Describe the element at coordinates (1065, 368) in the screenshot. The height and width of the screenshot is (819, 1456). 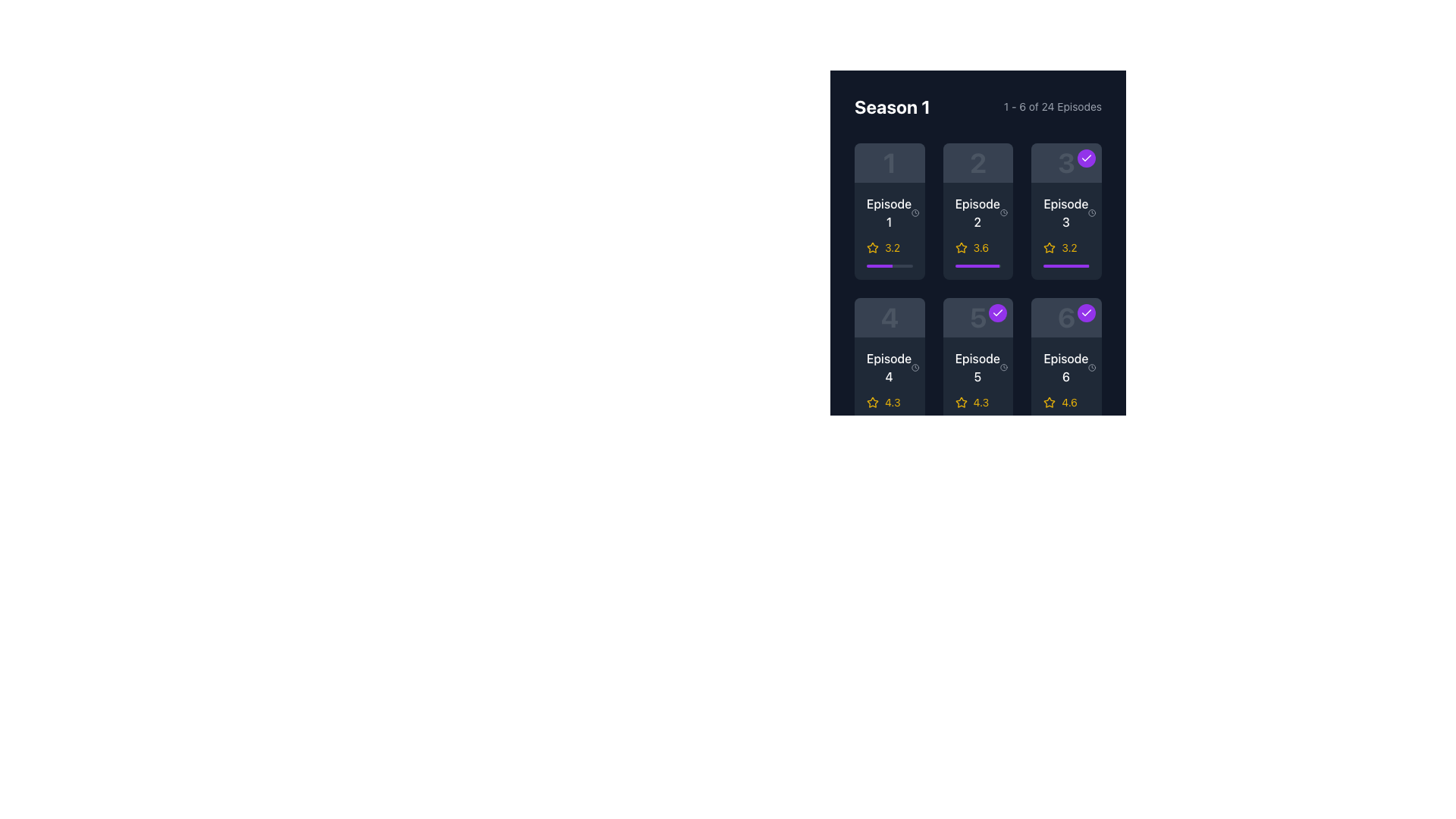
I see `the static text label displaying 'Episode 6' in bold white font, located at the bottom-right position within a grid layout of episode cards` at that location.